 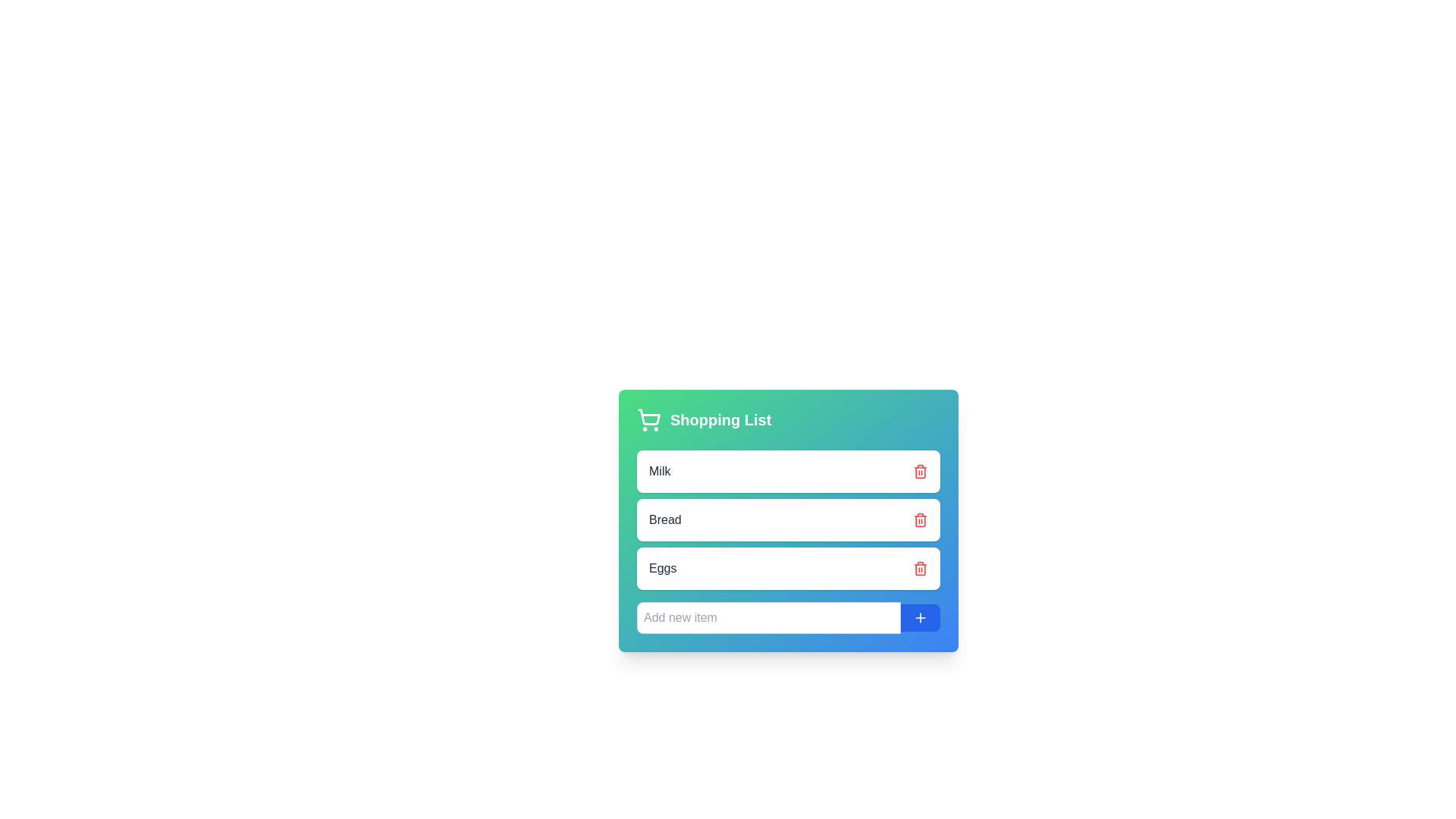 I want to click on the 'Delete' button located on the far right side of the 'Milk' entry in the list, so click(x=920, y=470).